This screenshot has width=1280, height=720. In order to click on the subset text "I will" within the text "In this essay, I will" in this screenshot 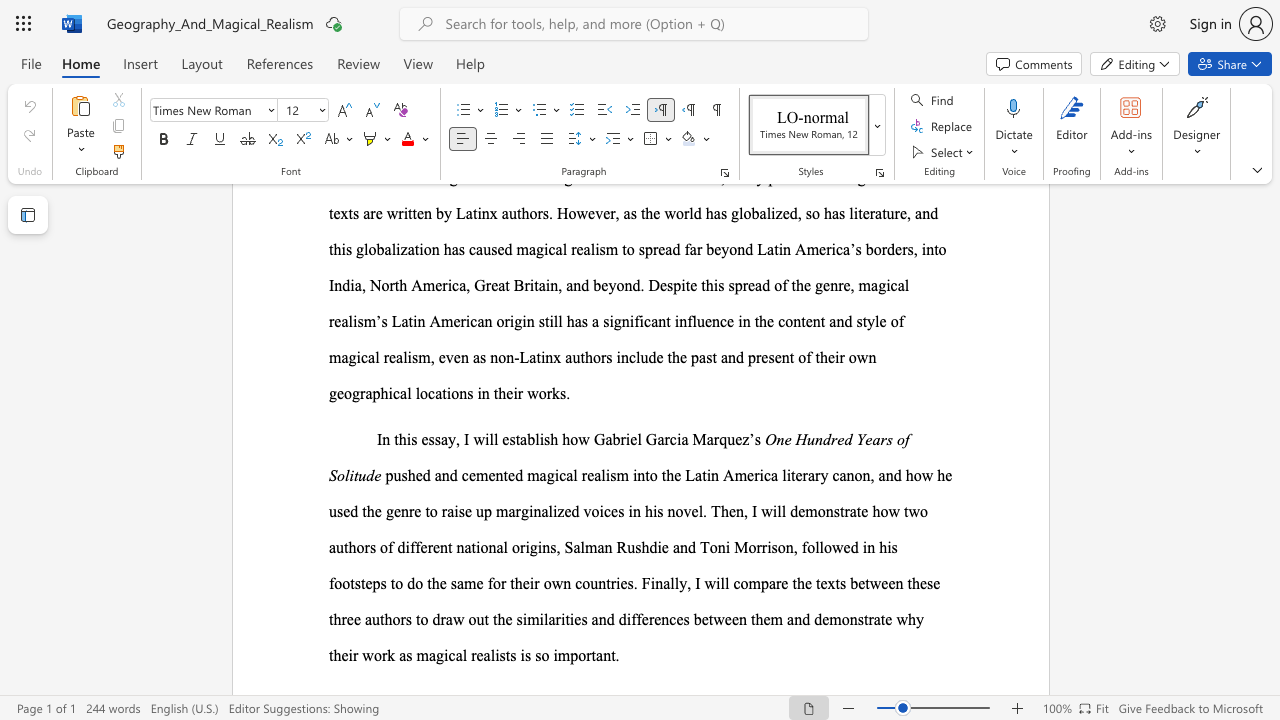, I will do `click(463, 438)`.